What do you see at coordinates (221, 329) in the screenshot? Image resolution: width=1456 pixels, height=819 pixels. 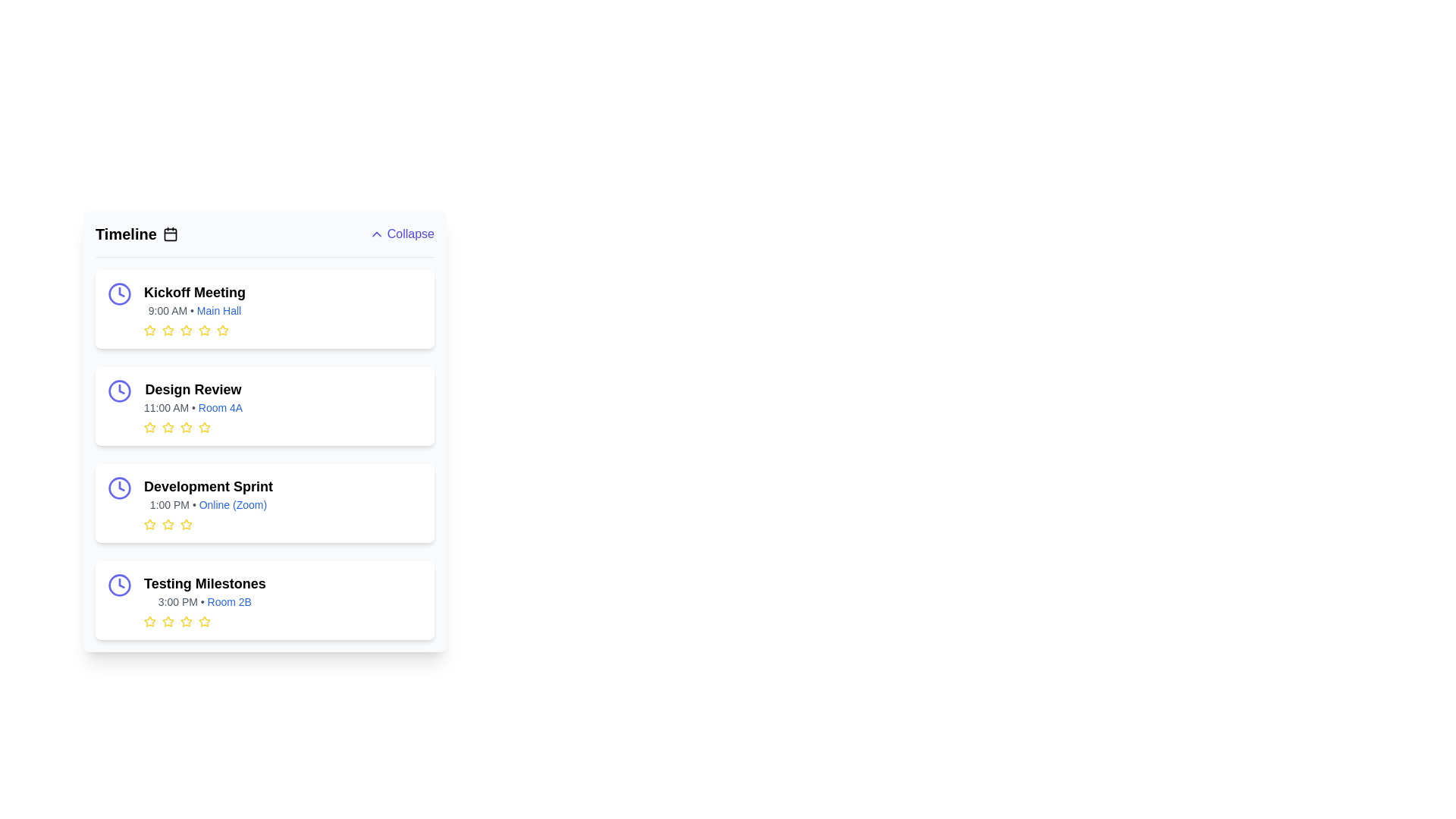 I see `the fifth star icon in the rating system within the 'Kickoff Meeting' card` at bounding box center [221, 329].